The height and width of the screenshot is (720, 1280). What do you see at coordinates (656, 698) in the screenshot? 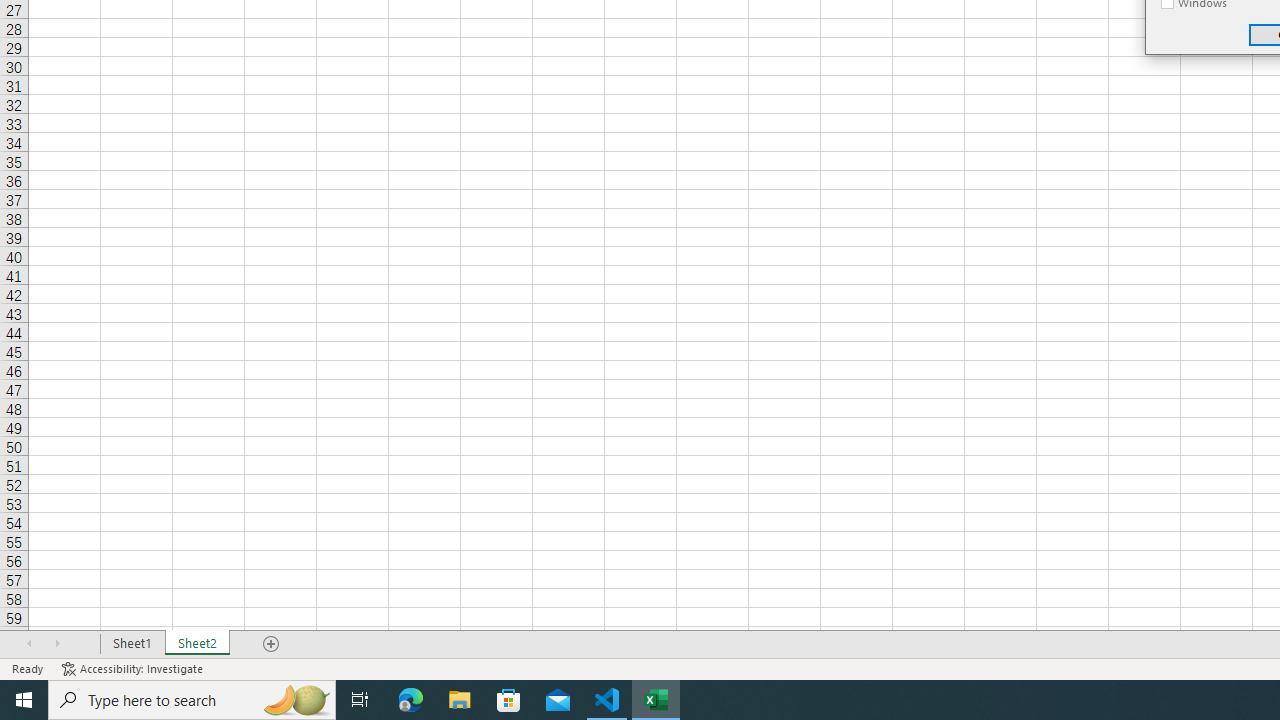
I see `'Excel - 1 running window'` at bounding box center [656, 698].